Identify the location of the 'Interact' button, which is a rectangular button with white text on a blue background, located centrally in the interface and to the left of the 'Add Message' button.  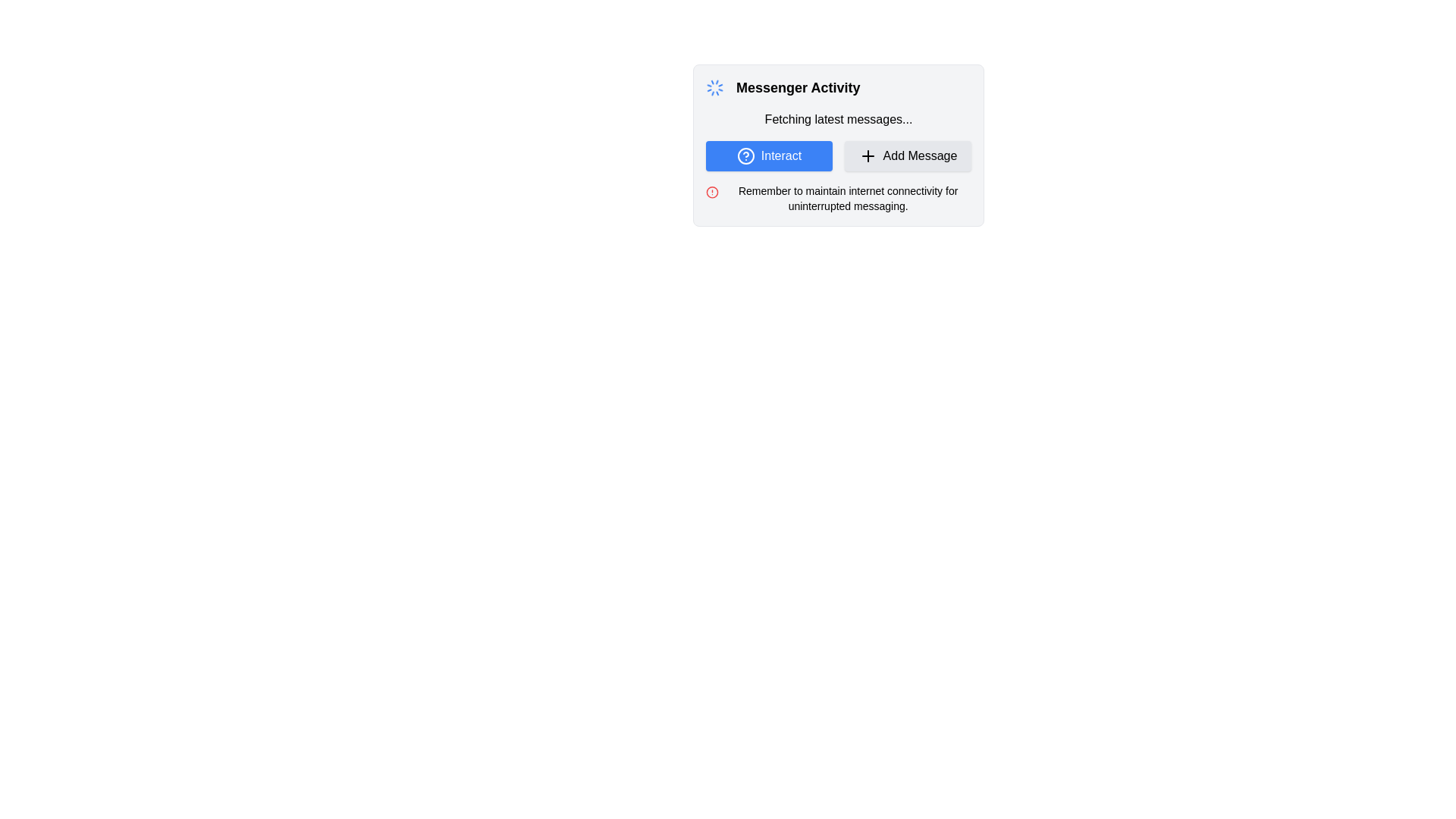
(769, 155).